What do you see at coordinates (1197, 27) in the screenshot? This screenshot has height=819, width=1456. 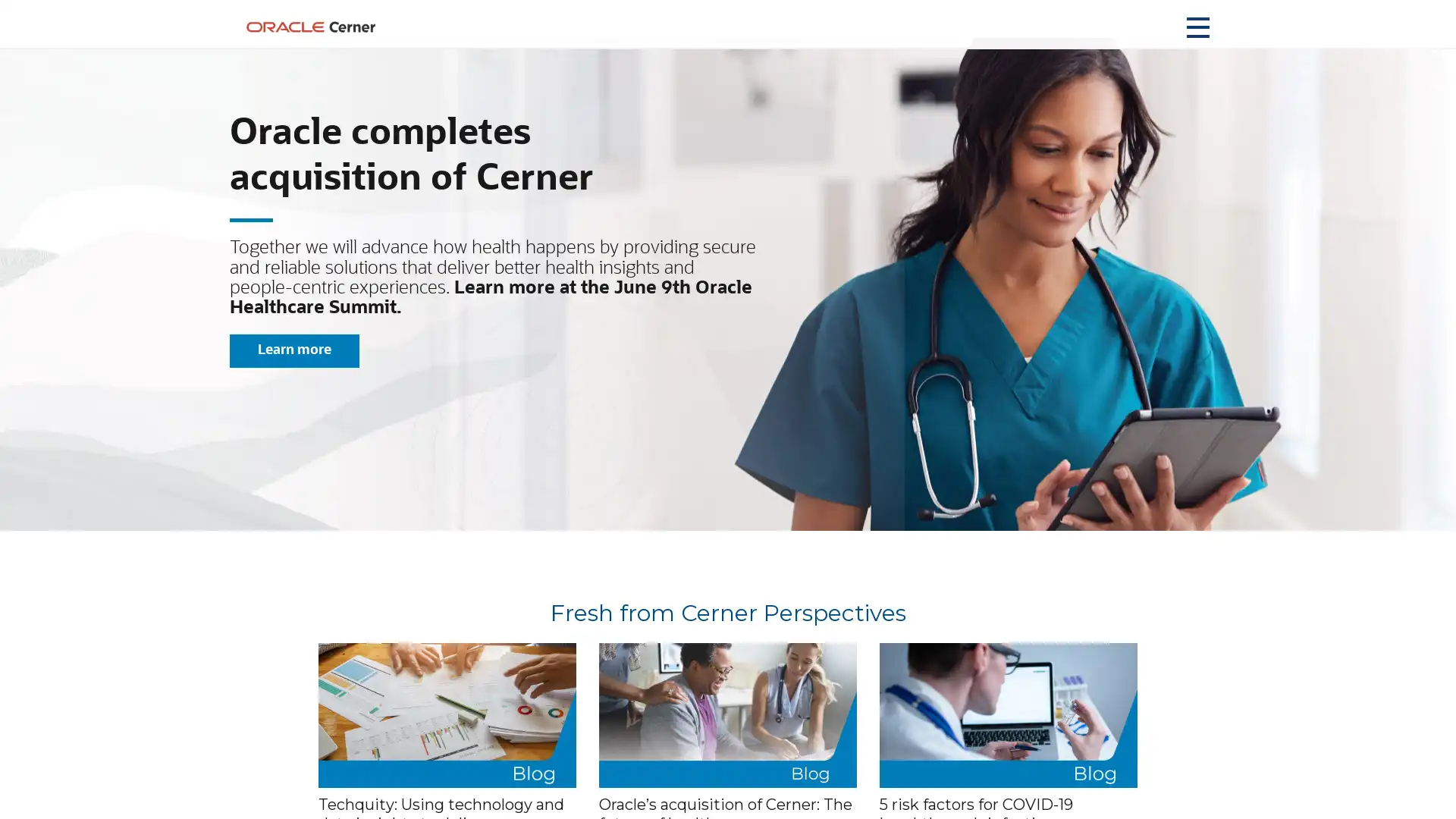 I see `Toggle navigation` at bounding box center [1197, 27].